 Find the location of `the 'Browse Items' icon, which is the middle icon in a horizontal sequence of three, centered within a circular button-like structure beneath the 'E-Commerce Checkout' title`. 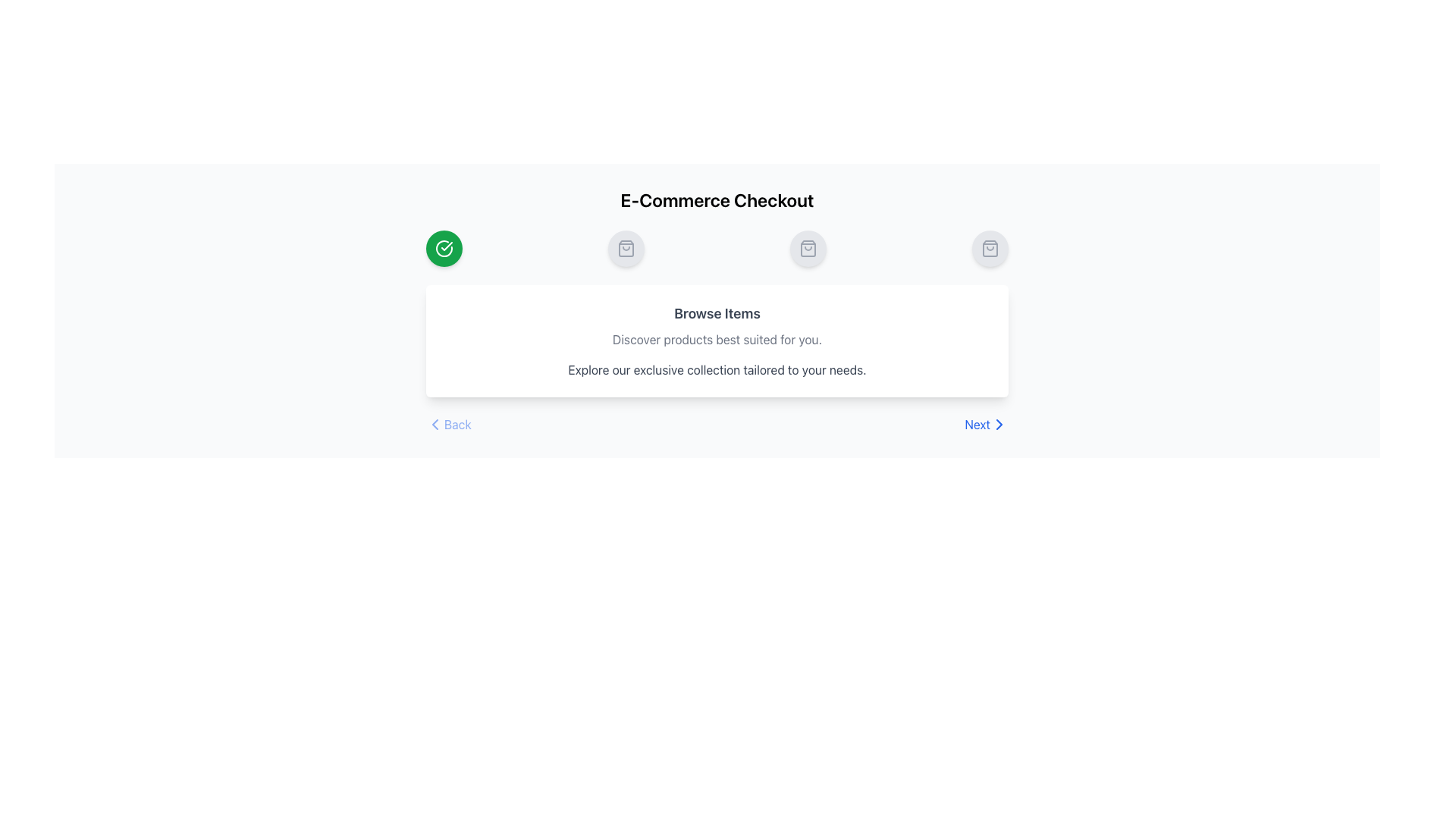

the 'Browse Items' icon, which is the middle icon in a horizontal sequence of three, centered within a circular button-like structure beneath the 'E-Commerce Checkout' title is located at coordinates (626, 247).